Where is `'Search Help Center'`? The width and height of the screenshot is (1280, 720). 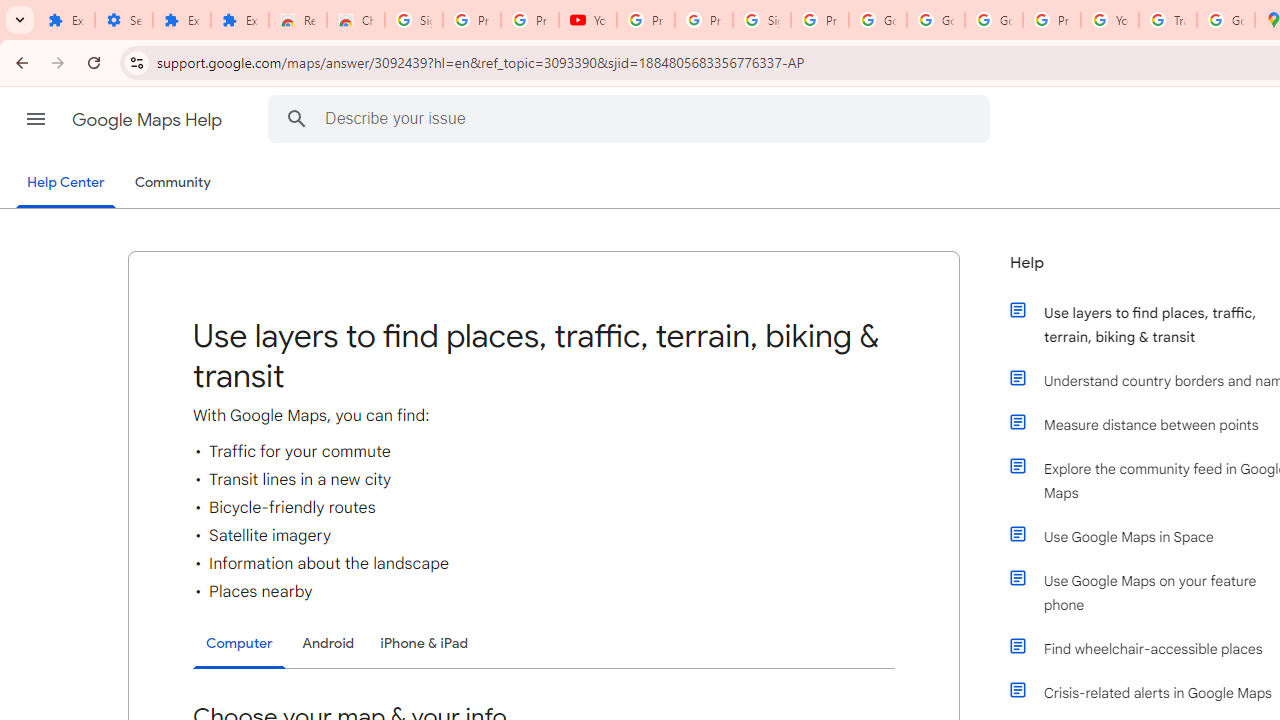
'Search Help Center' is located at coordinates (296, 118).